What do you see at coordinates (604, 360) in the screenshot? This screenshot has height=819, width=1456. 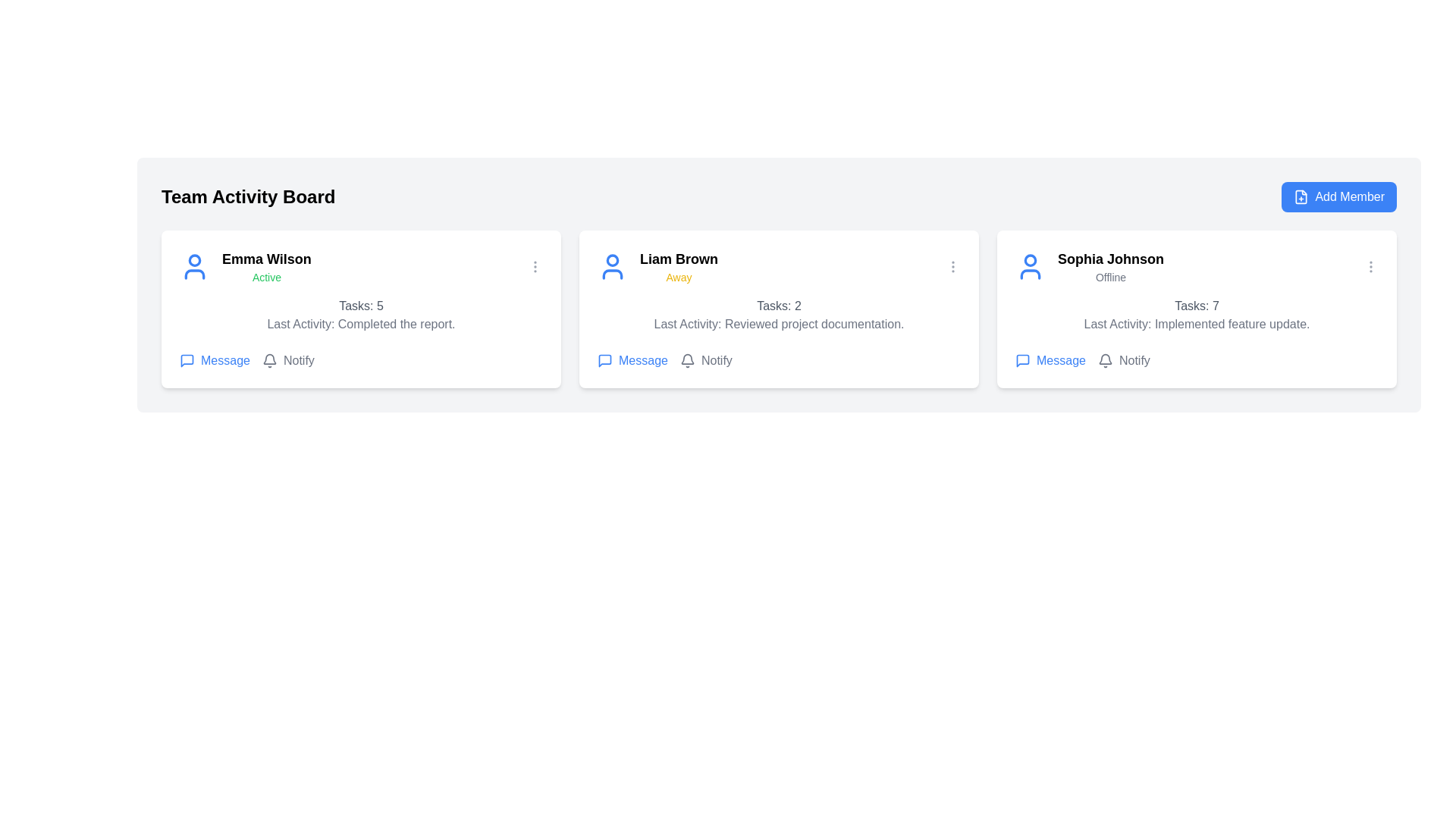 I see `the 'Message' icon (chat bubble style) associated with the second card for 'Liam Brown', located at the bottom-left corner of the card` at bounding box center [604, 360].